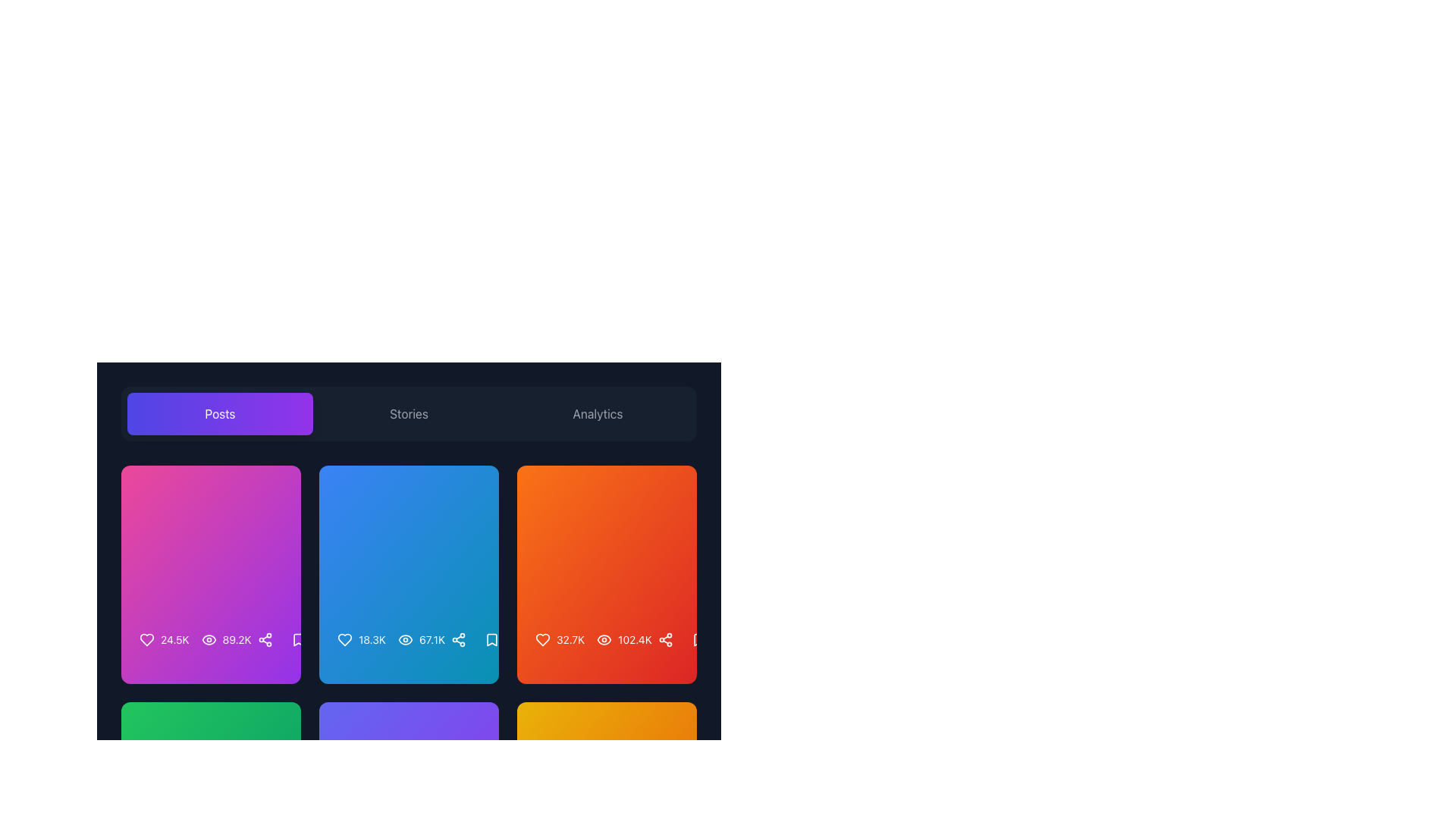 The width and height of the screenshot is (1456, 819). I want to click on the bookmark button located at the bottom right corner of a blue card, which is the last icon in the row of interactive icons, so click(491, 640).